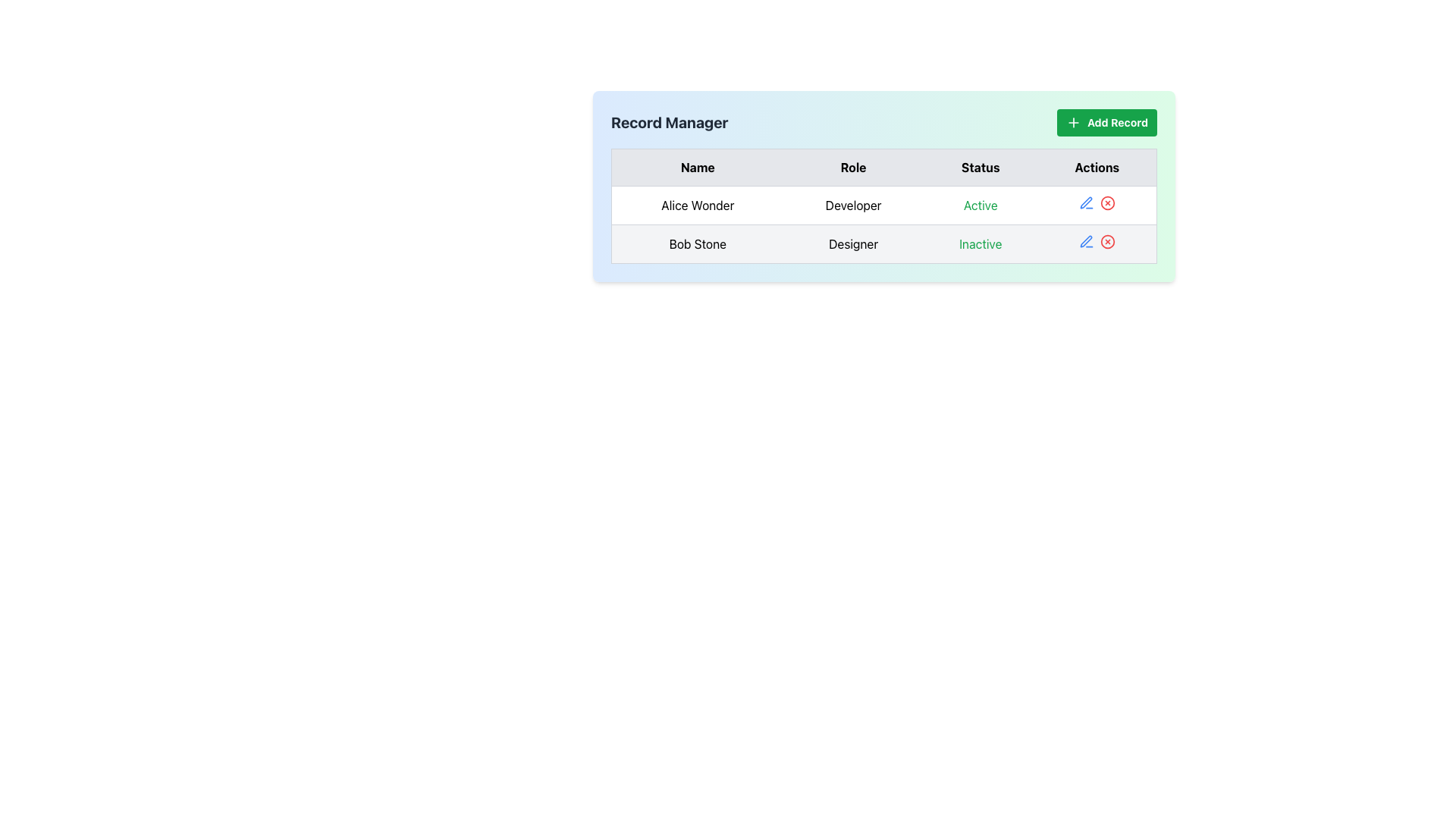 The image size is (1456, 819). Describe the element at coordinates (697, 205) in the screenshot. I see `text displayed in the Text display field showing 'Alice Wonder', located in the first column of the first row of the user details table` at that location.